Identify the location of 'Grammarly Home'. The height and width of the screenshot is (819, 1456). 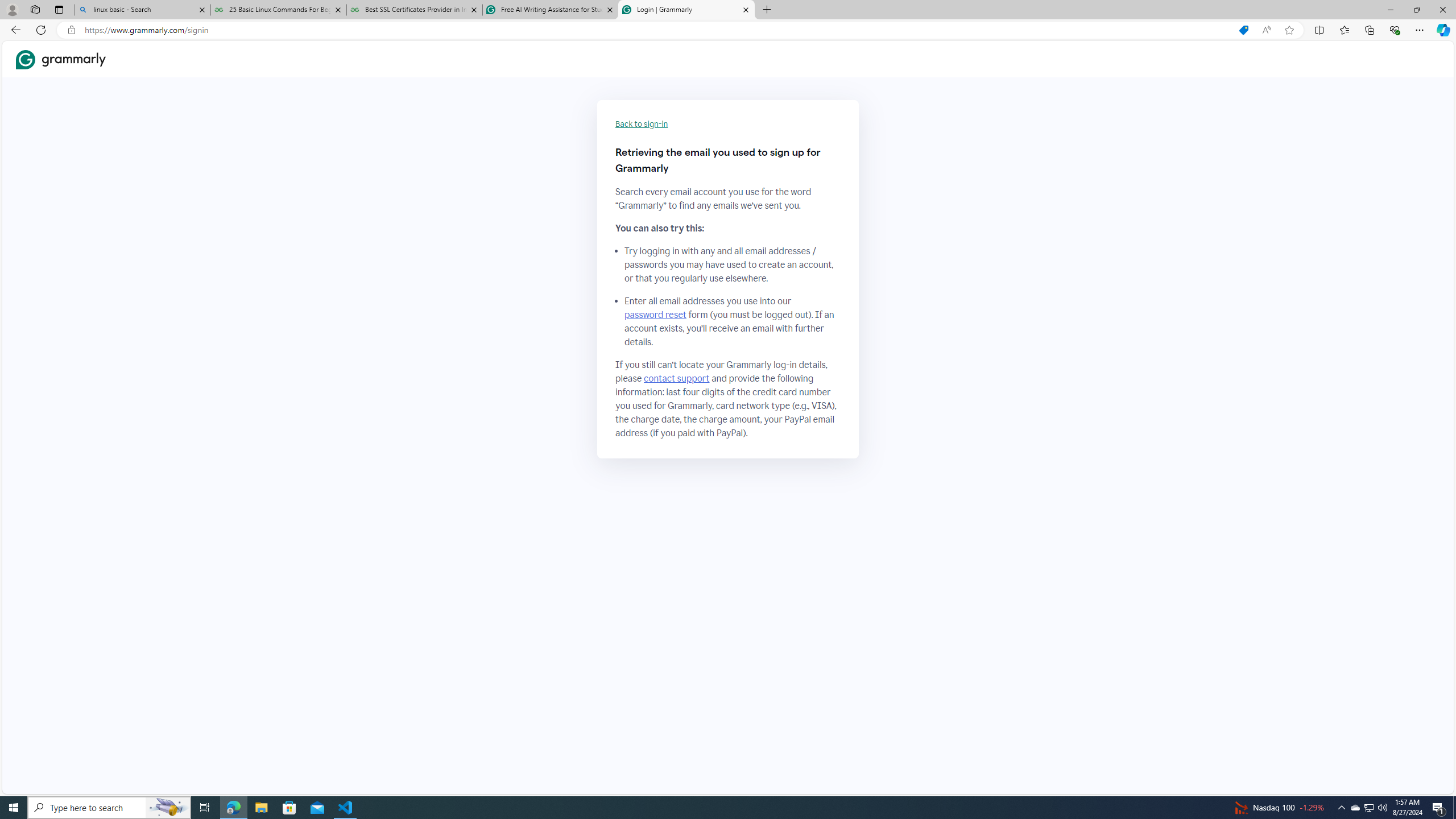
(60, 59).